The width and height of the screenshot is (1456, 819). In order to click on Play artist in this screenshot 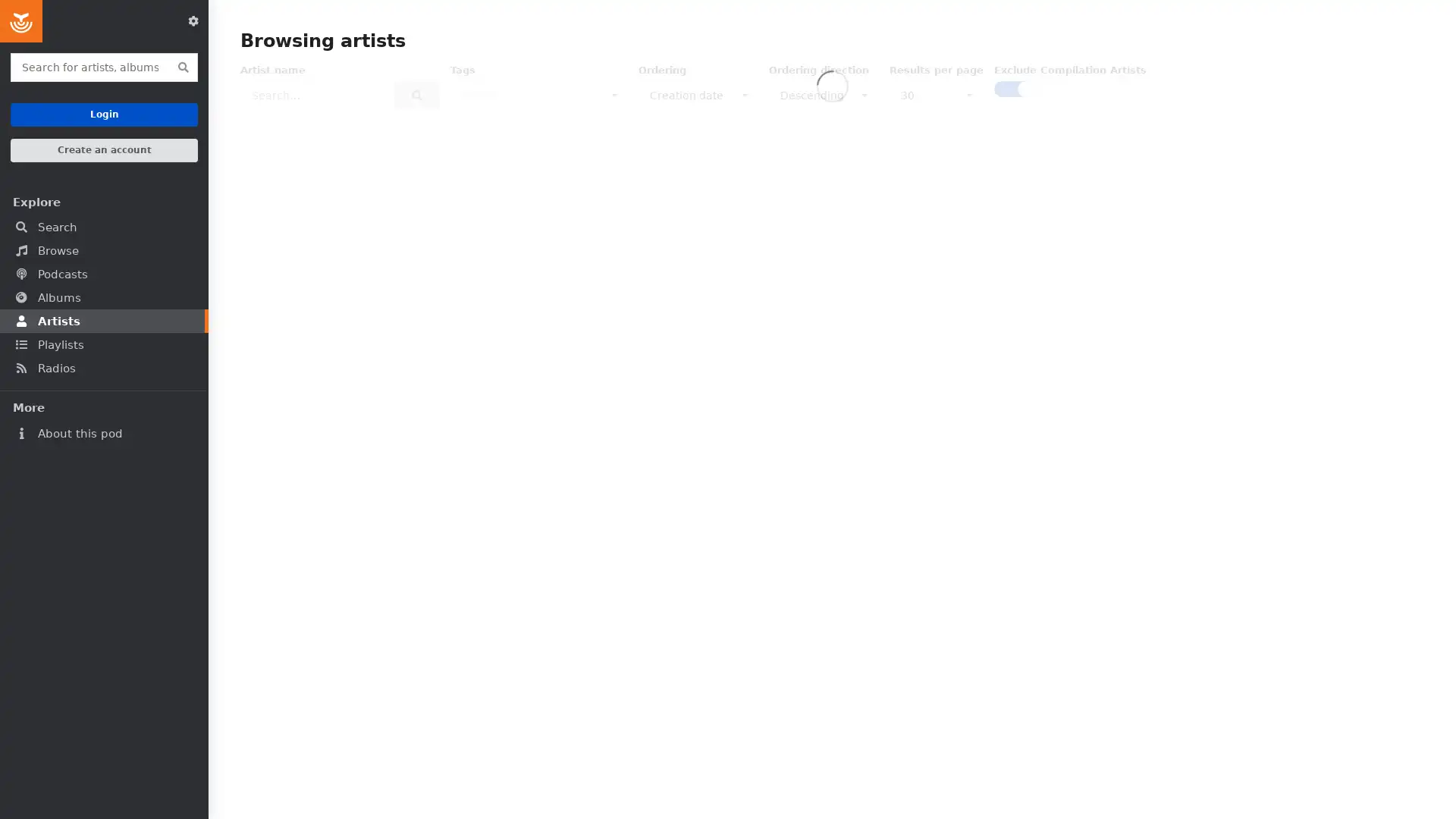, I will do `click(532, 522)`.